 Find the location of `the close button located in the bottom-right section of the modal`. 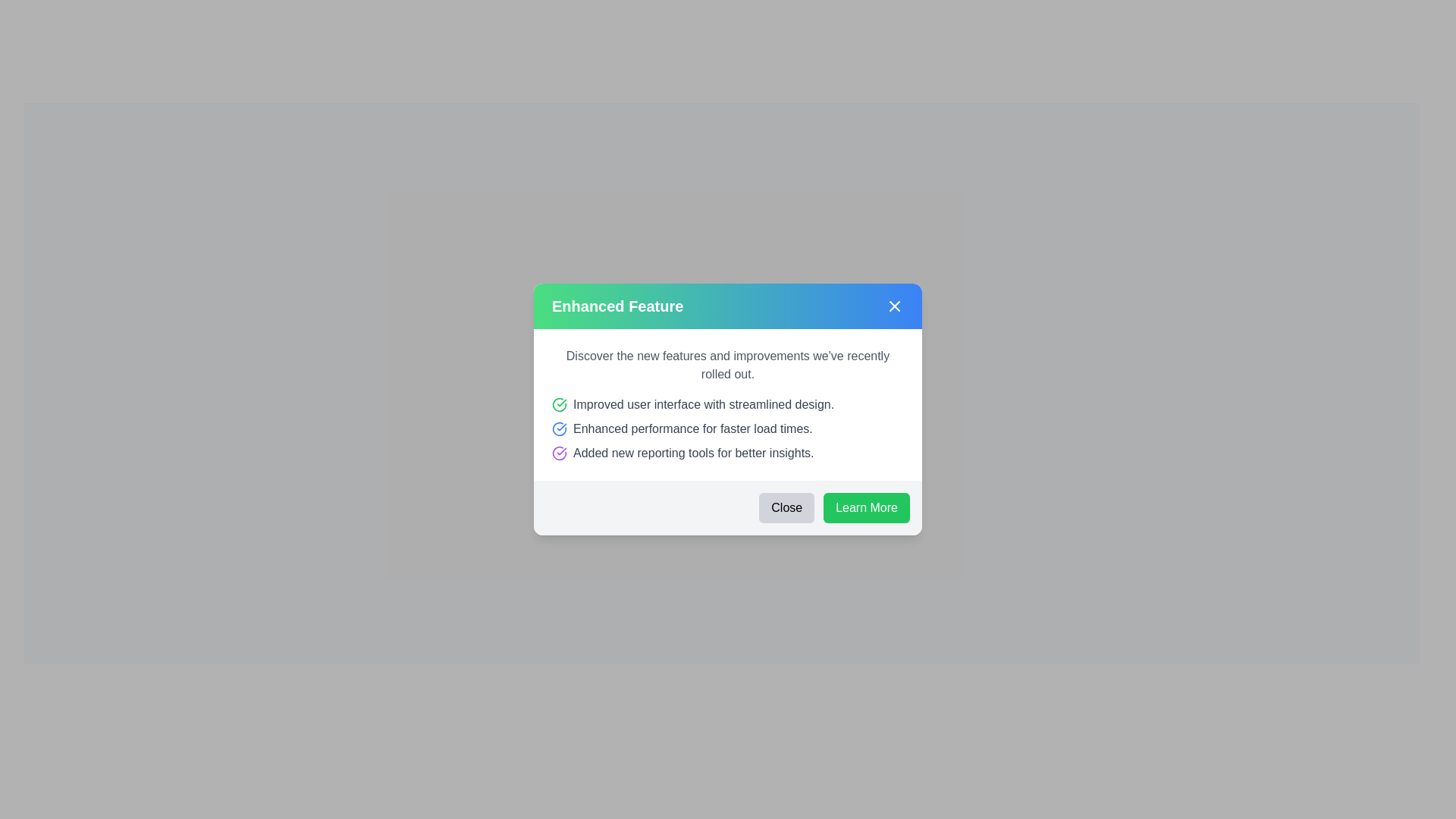

the close button located in the bottom-right section of the modal is located at coordinates (786, 508).